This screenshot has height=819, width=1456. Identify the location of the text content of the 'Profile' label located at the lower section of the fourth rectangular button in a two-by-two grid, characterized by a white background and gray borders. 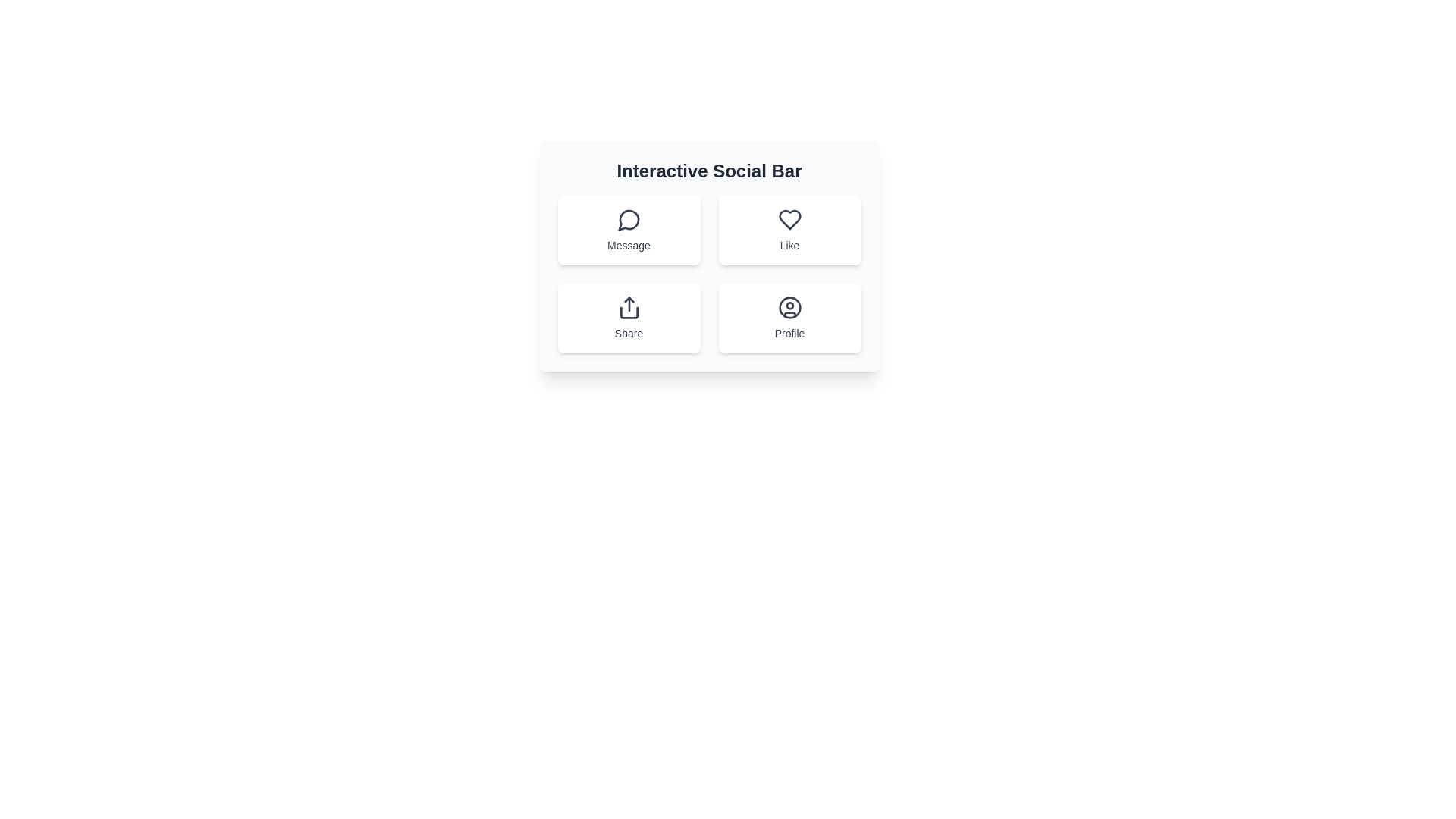
(789, 332).